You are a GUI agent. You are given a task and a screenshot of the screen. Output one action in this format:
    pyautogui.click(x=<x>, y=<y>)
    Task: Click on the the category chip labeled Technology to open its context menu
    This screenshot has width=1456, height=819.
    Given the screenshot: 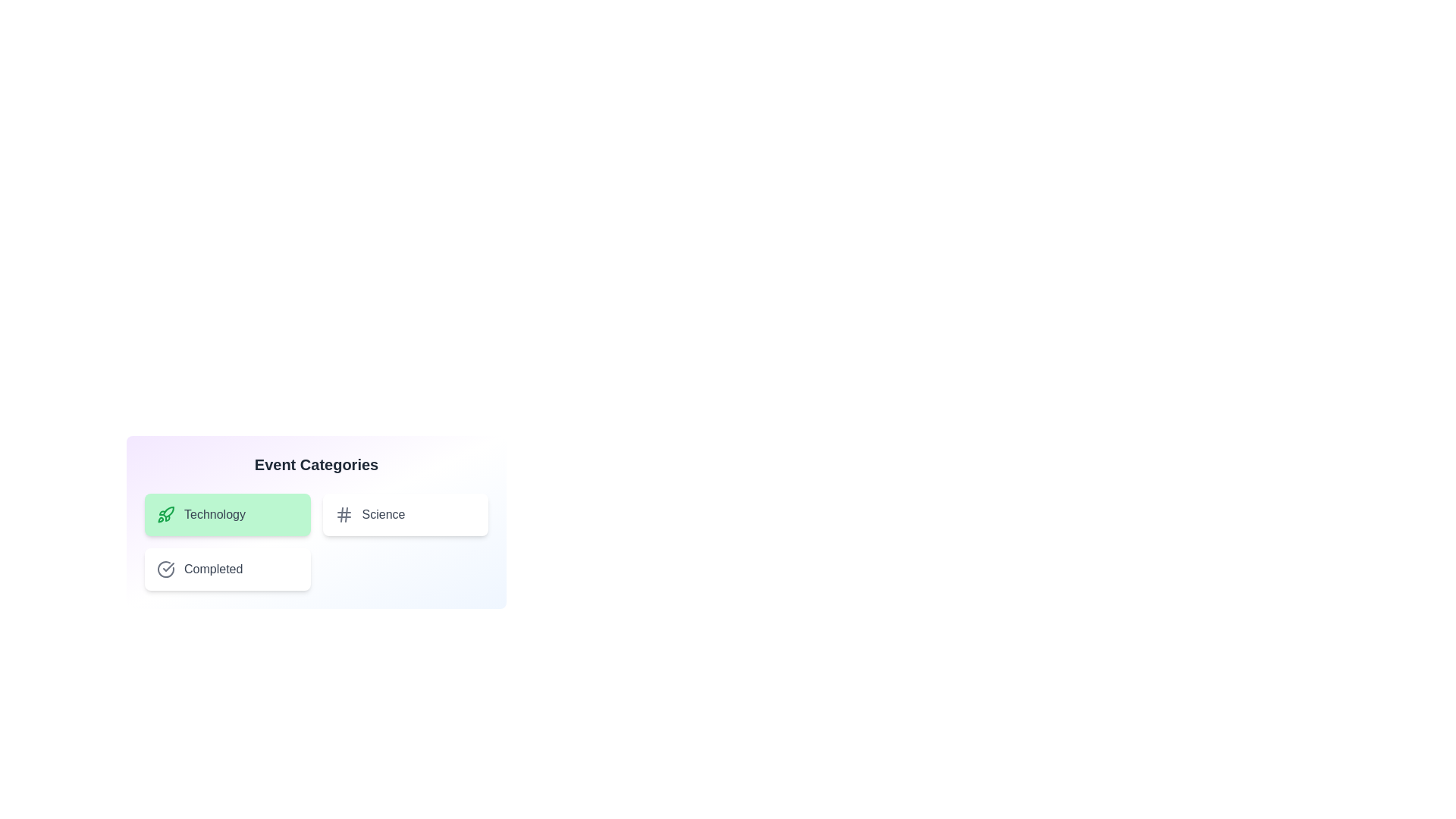 What is the action you would take?
    pyautogui.click(x=227, y=513)
    